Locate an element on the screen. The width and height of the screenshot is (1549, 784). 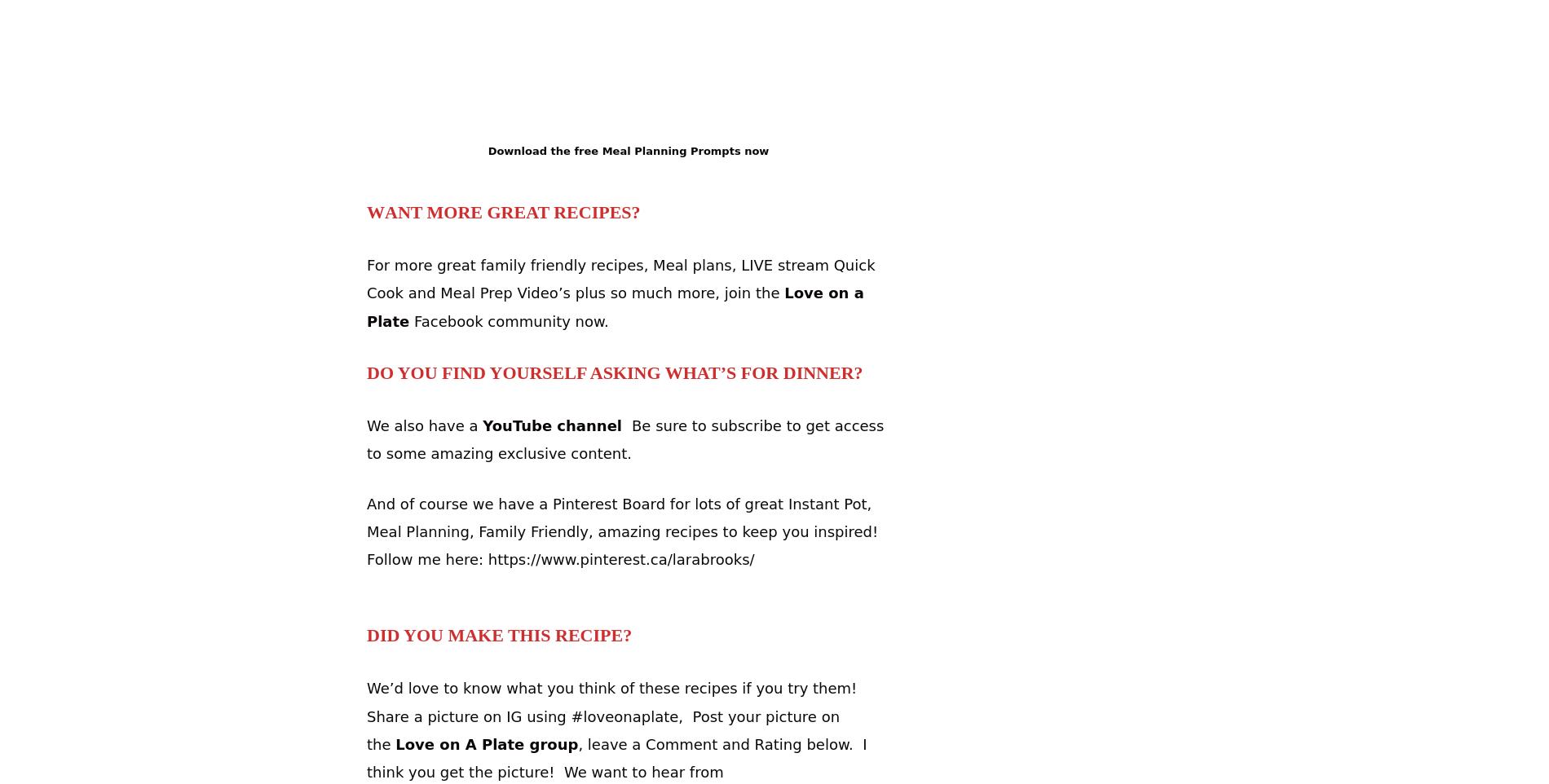
'We’d love to know what you think of these recipes if you try them!  Share a picture on IG using #loveonaplate,  Post your picture on the' is located at coordinates (613, 715).